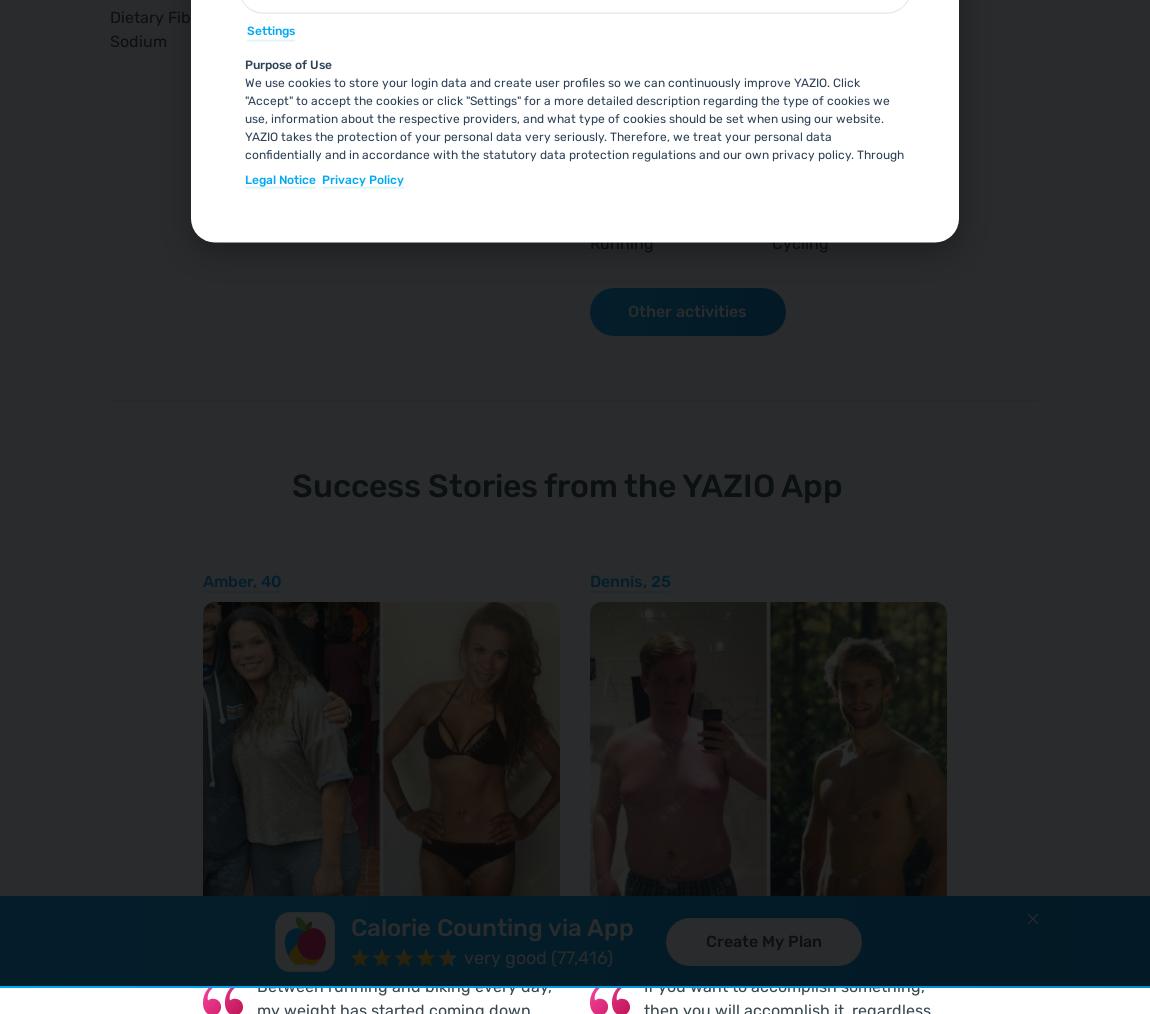  I want to click on 'Running', so click(620, 241).